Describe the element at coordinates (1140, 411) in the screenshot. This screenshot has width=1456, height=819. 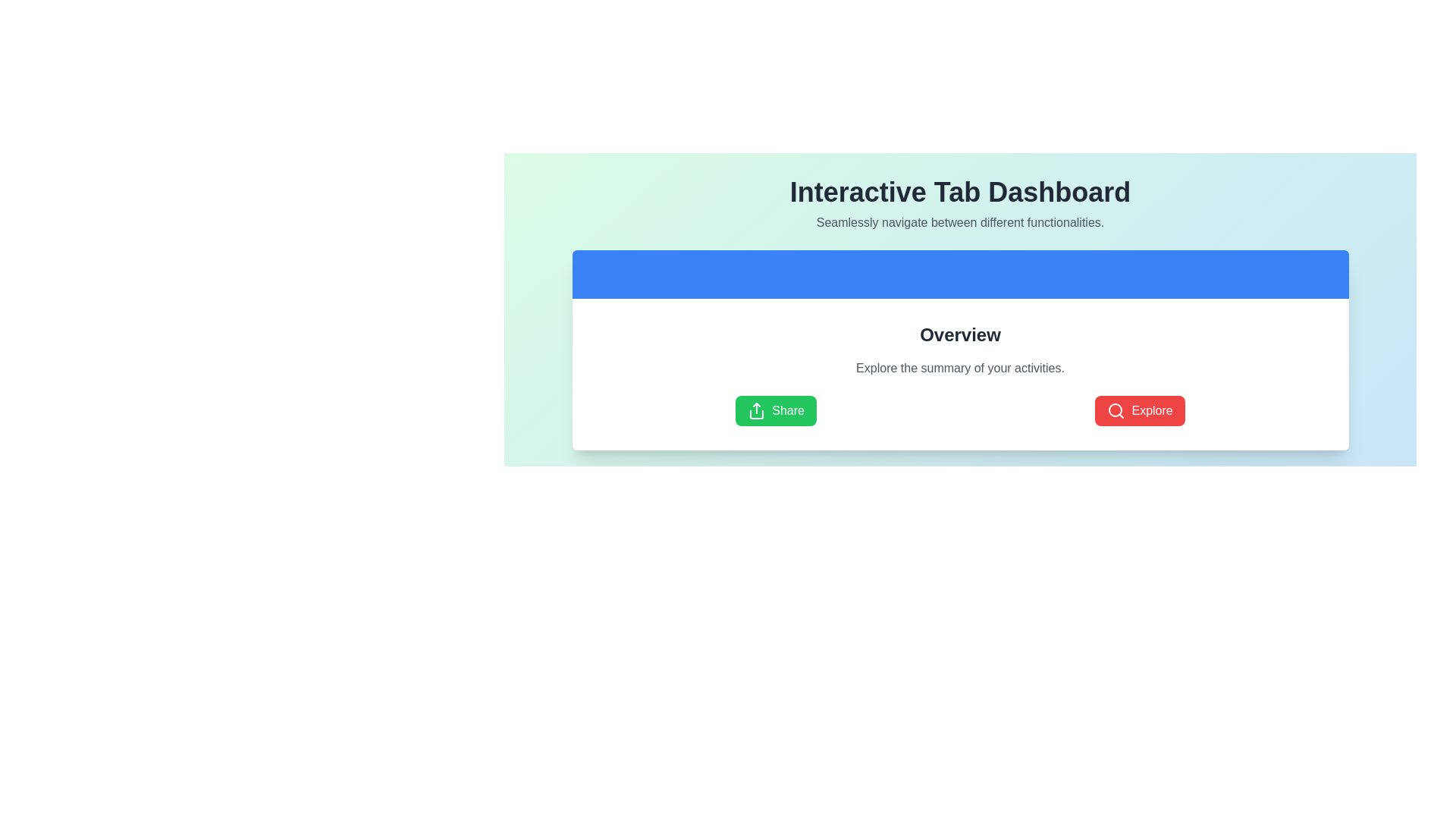
I see `the red 'Explore' button, which has rounded corners and white text, located to the right of the green 'Share' button` at that location.